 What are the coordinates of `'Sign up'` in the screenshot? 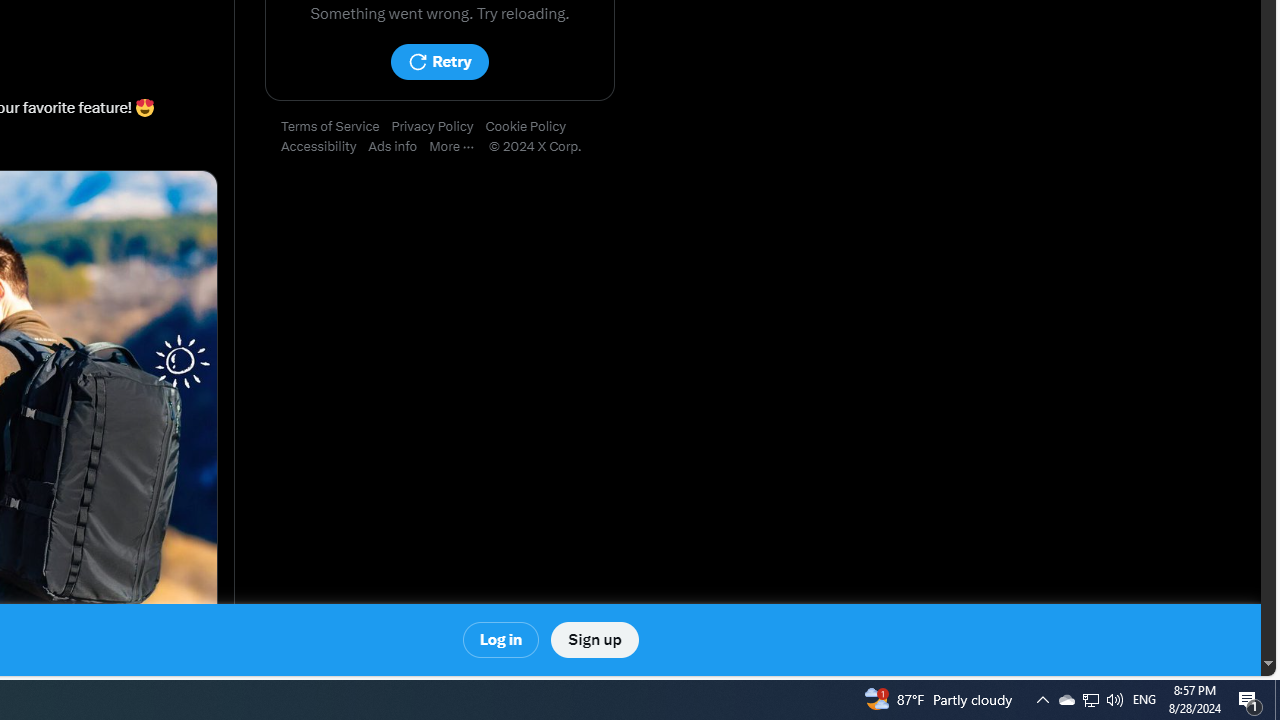 It's located at (593, 640).